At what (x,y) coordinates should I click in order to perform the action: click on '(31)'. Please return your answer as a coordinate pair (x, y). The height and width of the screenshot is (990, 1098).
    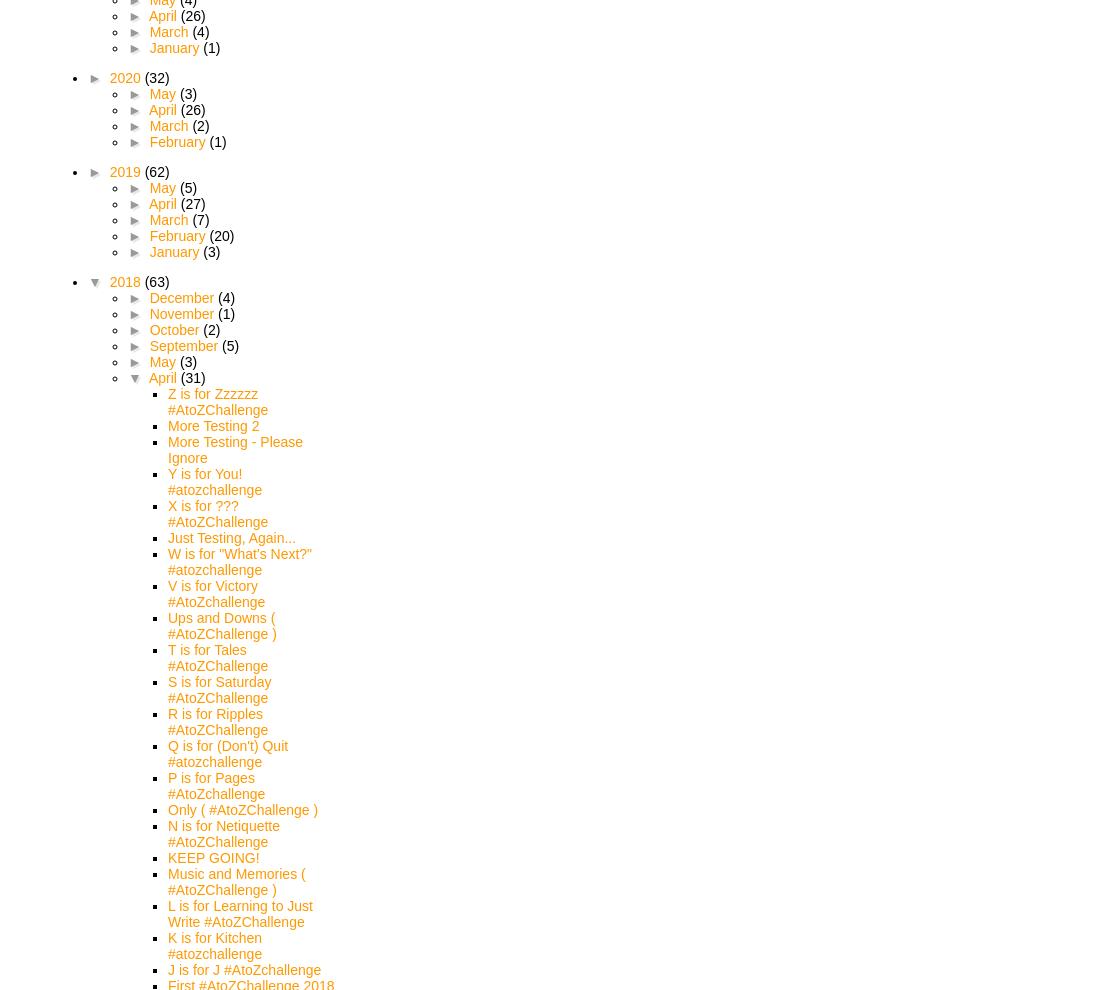
    Looking at the image, I should click on (191, 377).